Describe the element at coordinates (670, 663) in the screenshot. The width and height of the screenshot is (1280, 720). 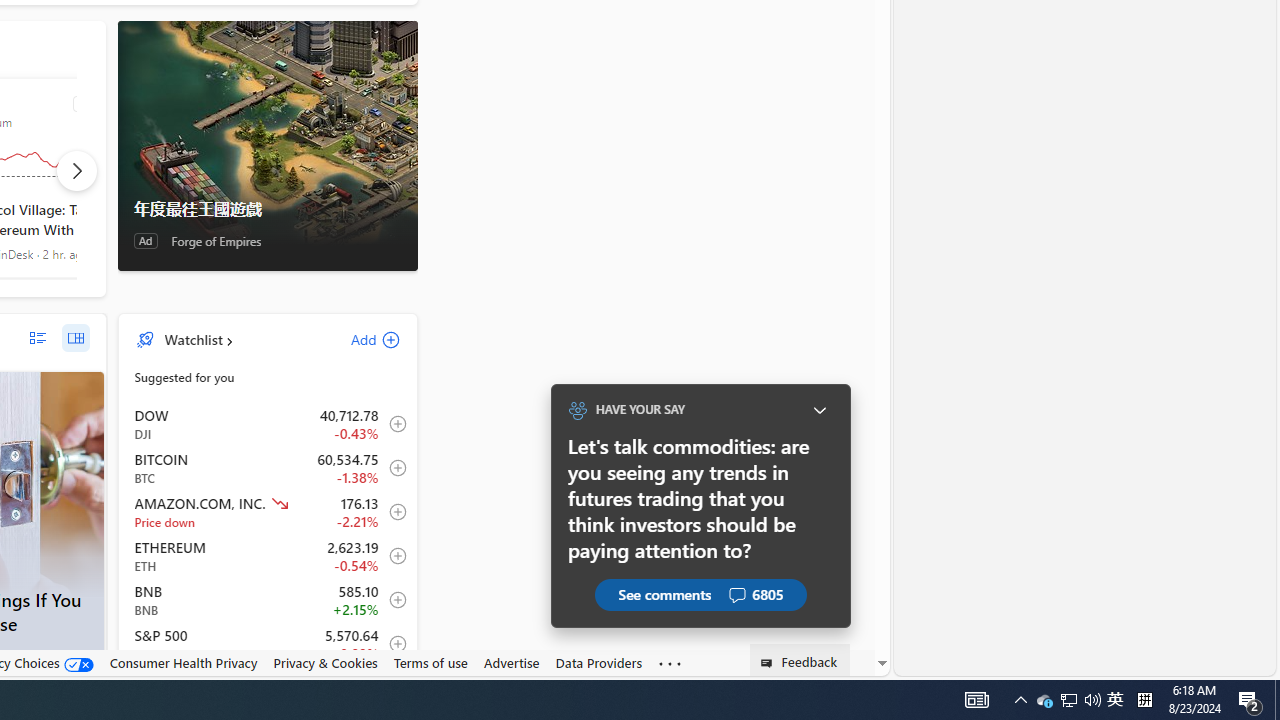
I see `'Class: oneFooter_seeMore-DS-EntryPoint1-1'` at that location.